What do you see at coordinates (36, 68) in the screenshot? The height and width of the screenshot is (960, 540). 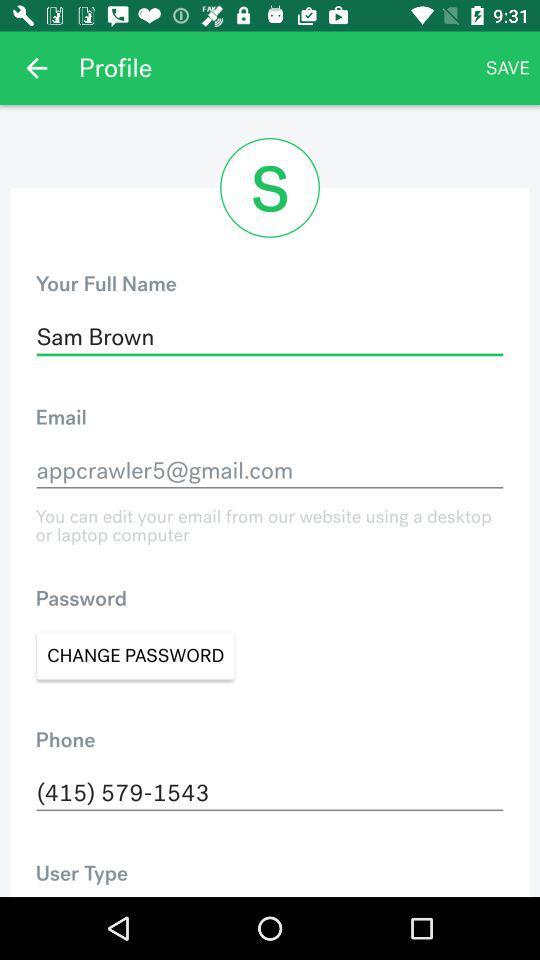 I see `the item above the your full name` at bounding box center [36, 68].